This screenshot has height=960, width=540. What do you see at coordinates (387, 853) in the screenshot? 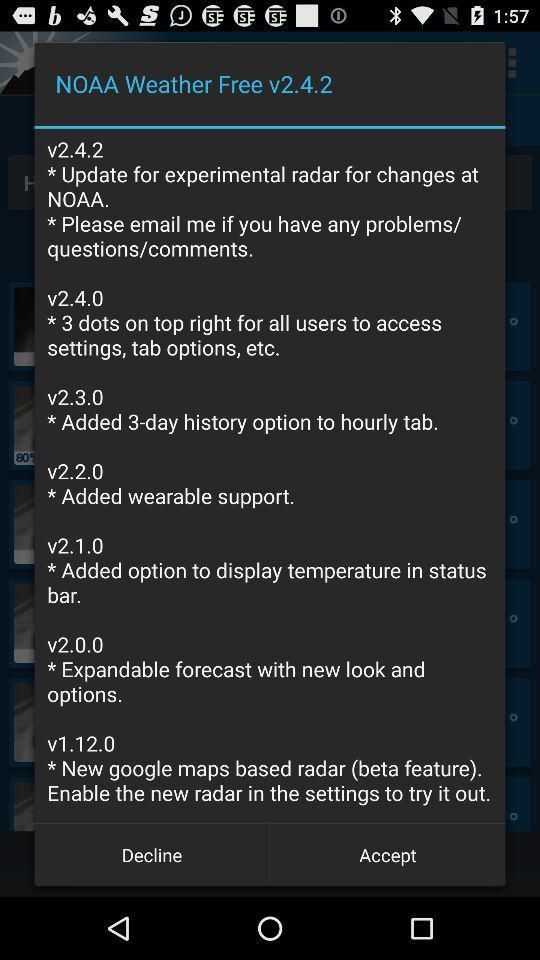
I see `button next to decline button` at bounding box center [387, 853].